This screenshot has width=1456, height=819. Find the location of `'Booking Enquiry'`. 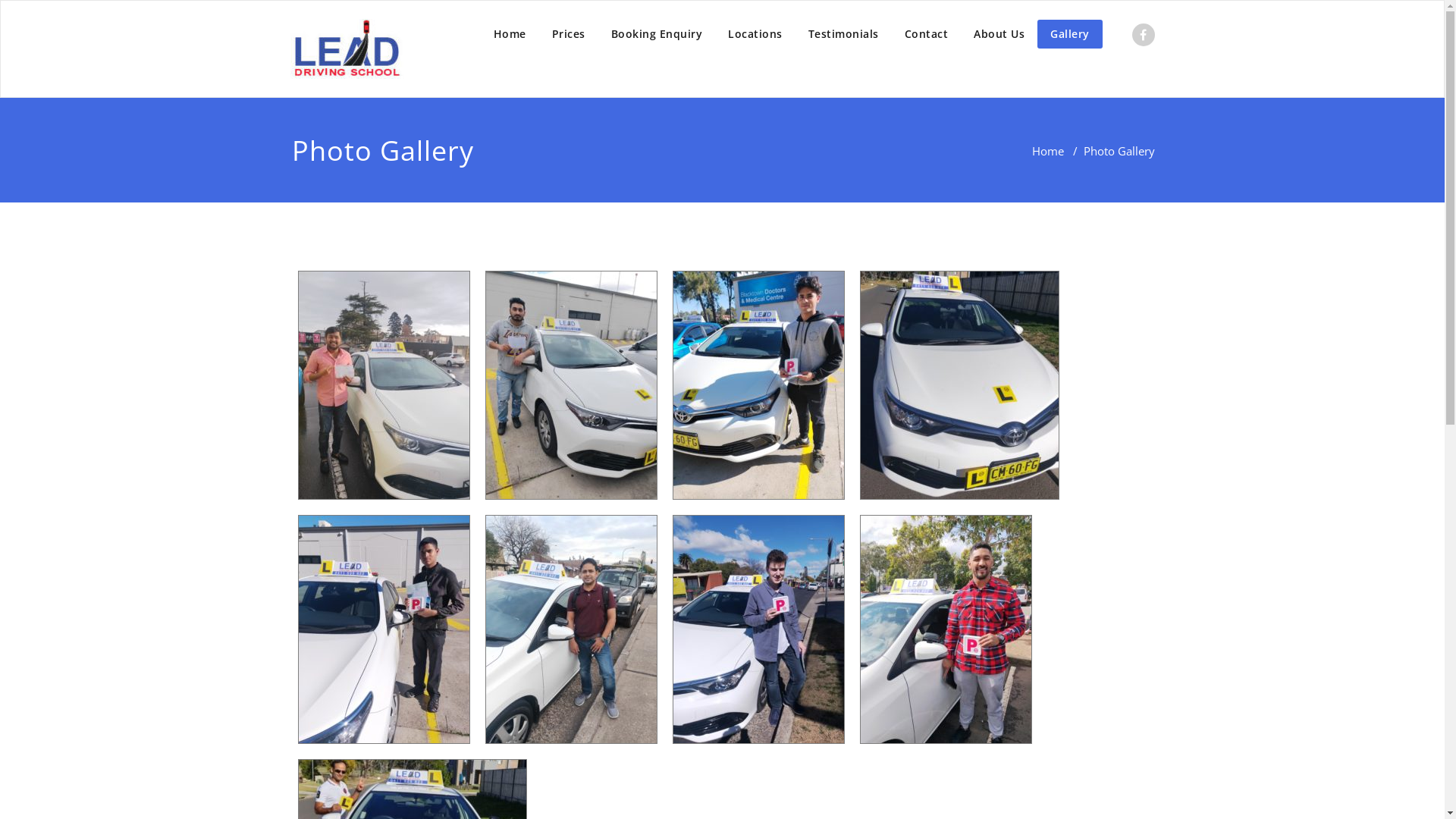

'Booking Enquiry' is located at coordinates (596, 34).